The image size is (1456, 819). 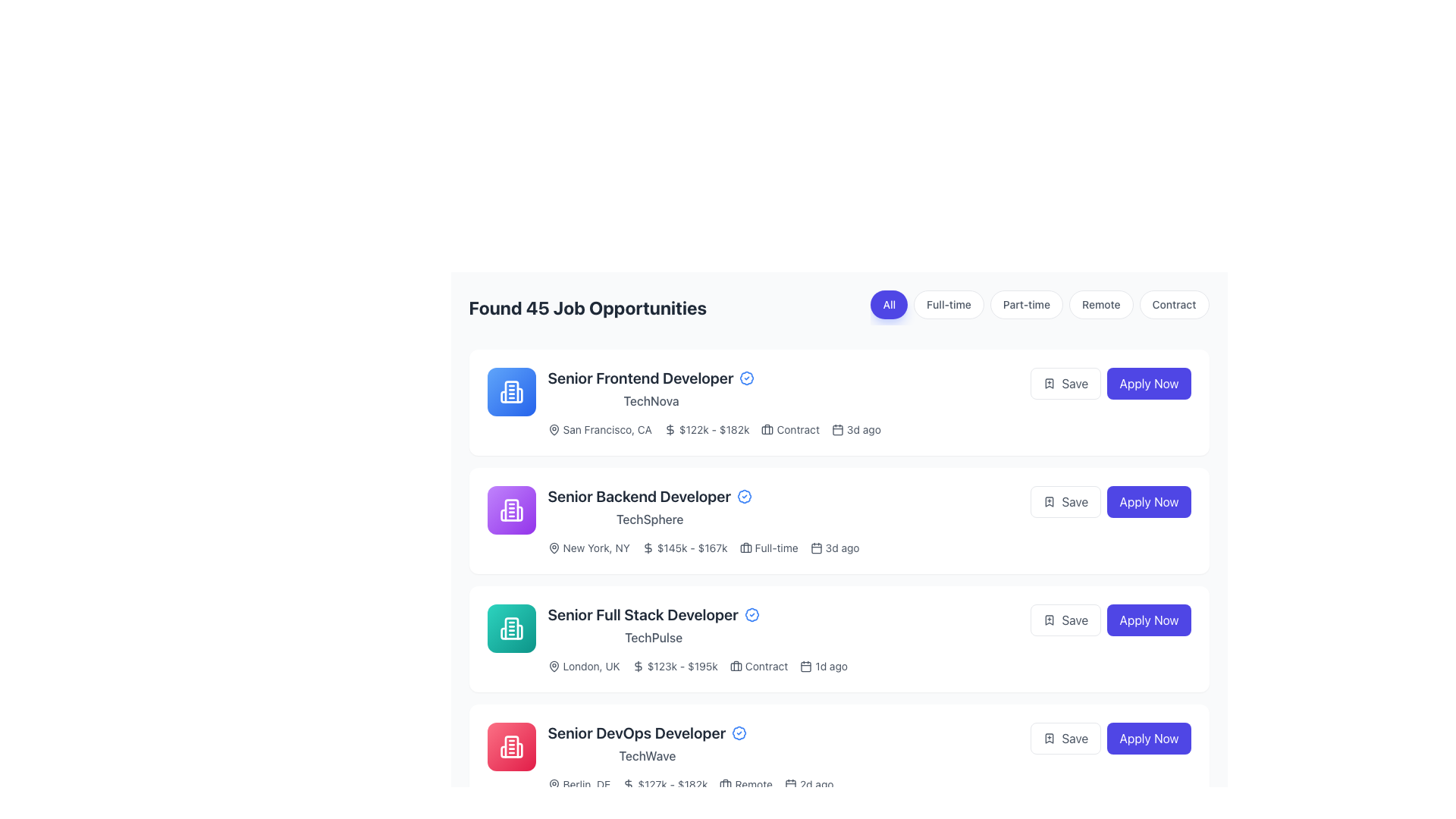 What do you see at coordinates (684, 548) in the screenshot?
I see `salary range label for the job opening of 'Senior Backend Developer' at 'TechSphere', located under the location information 'New York, NY'` at bounding box center [684, 548].